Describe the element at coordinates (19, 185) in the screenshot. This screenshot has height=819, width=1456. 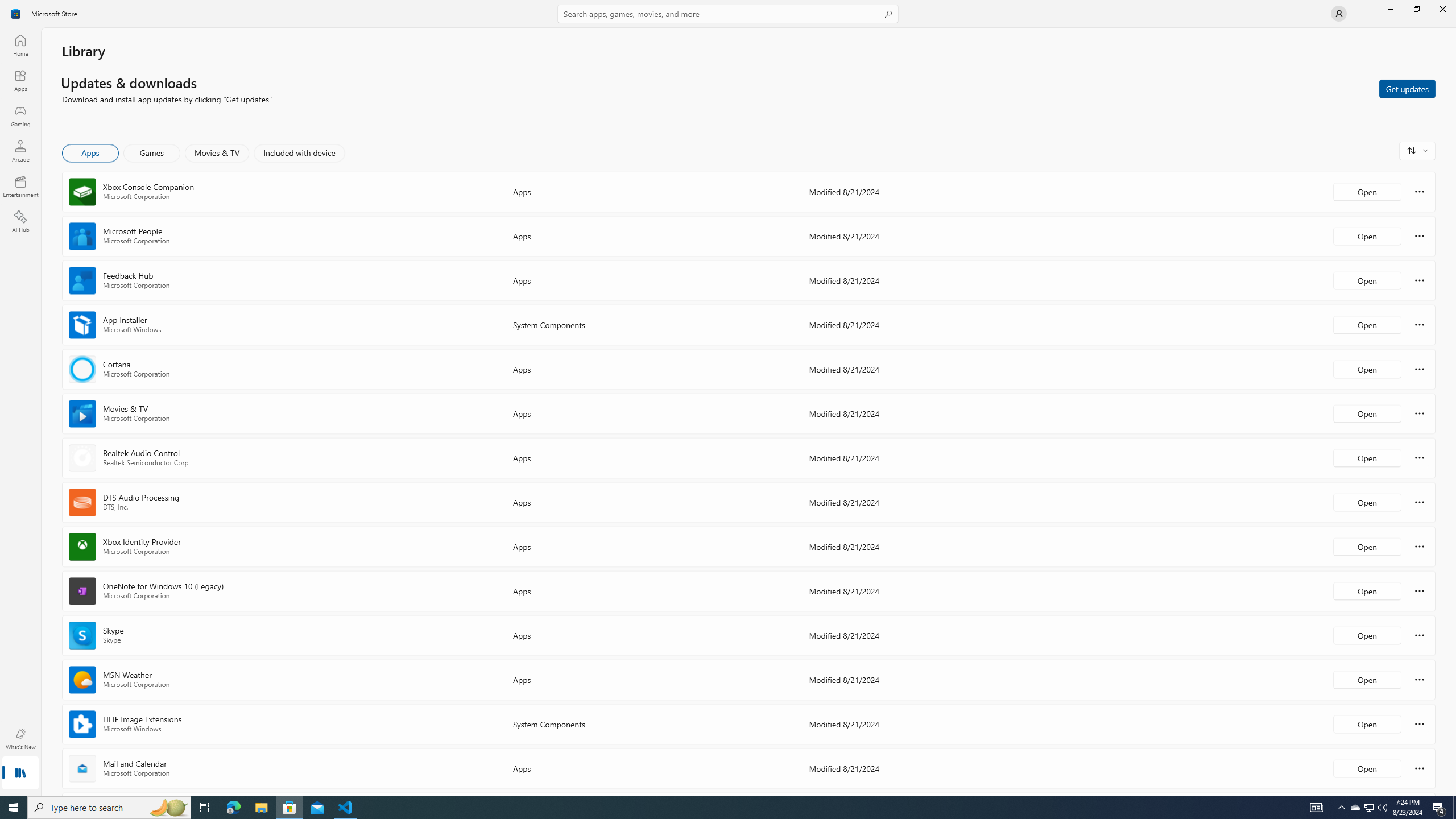
I see `'Entertainment'` at that location.